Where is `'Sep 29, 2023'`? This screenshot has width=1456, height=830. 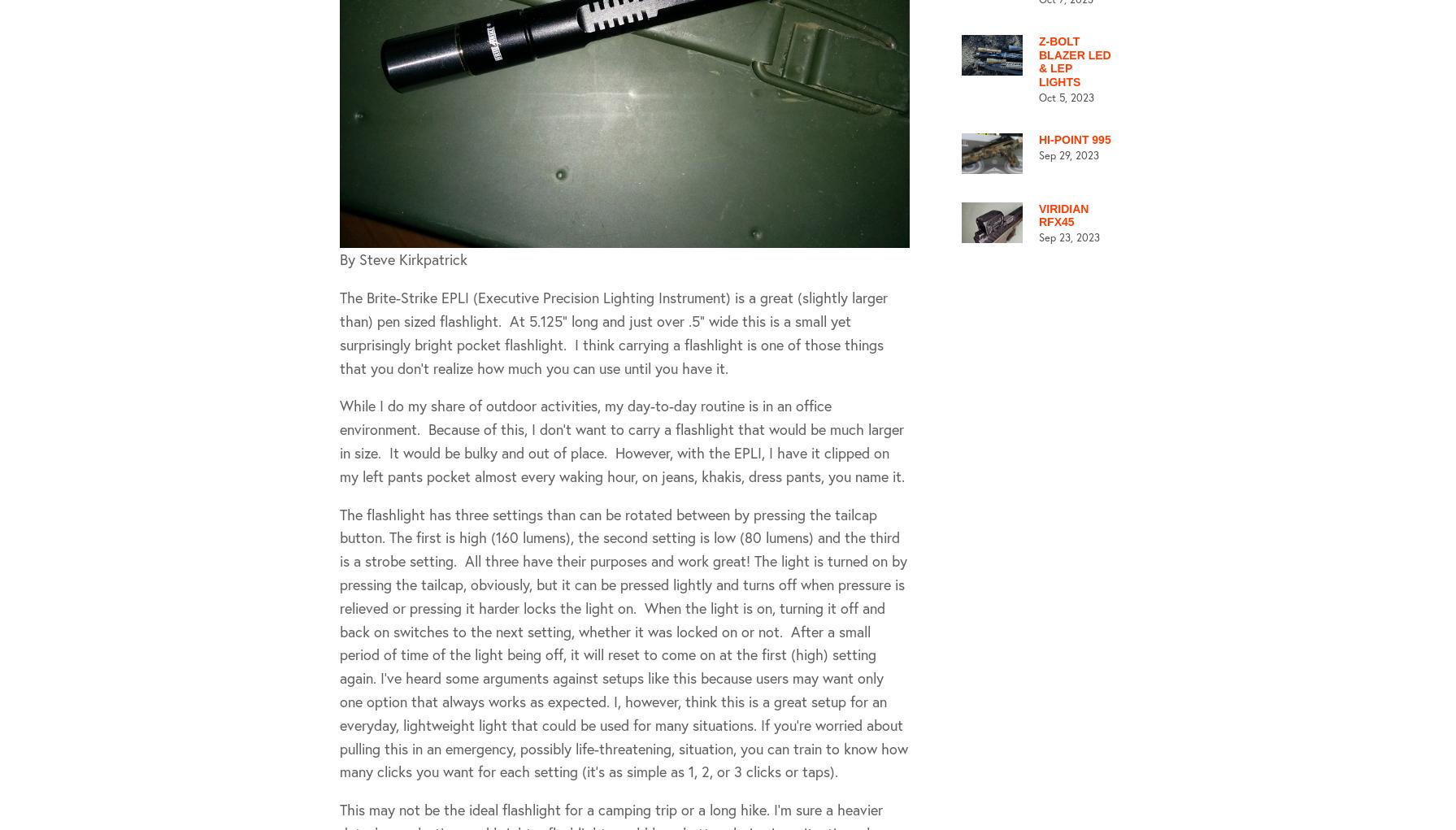
'Sep 29, 2023' is located at coordinates (1067, 154).